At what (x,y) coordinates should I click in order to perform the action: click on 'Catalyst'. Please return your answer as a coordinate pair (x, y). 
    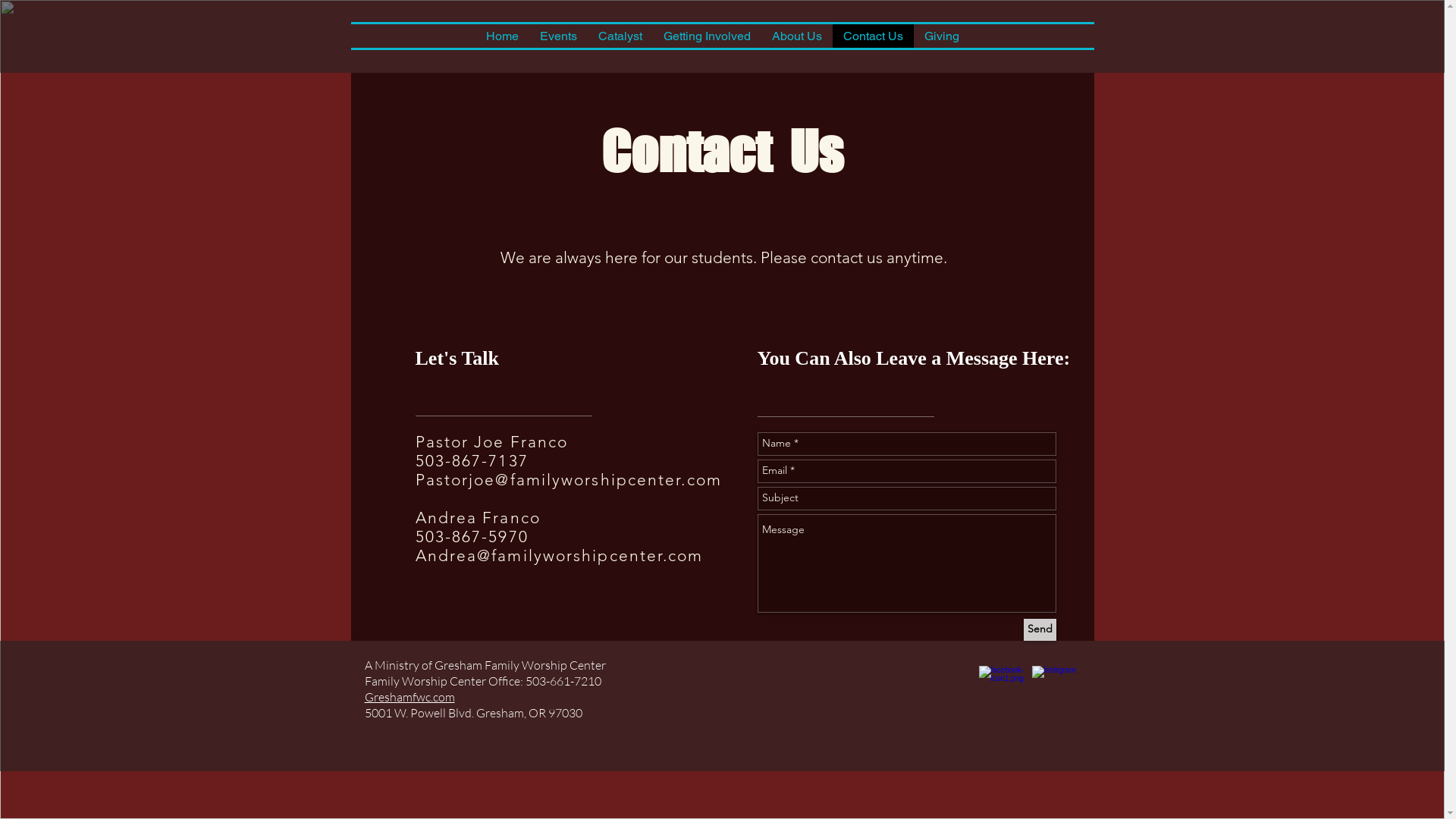
    Looking at the image, I should click on (619, 35).